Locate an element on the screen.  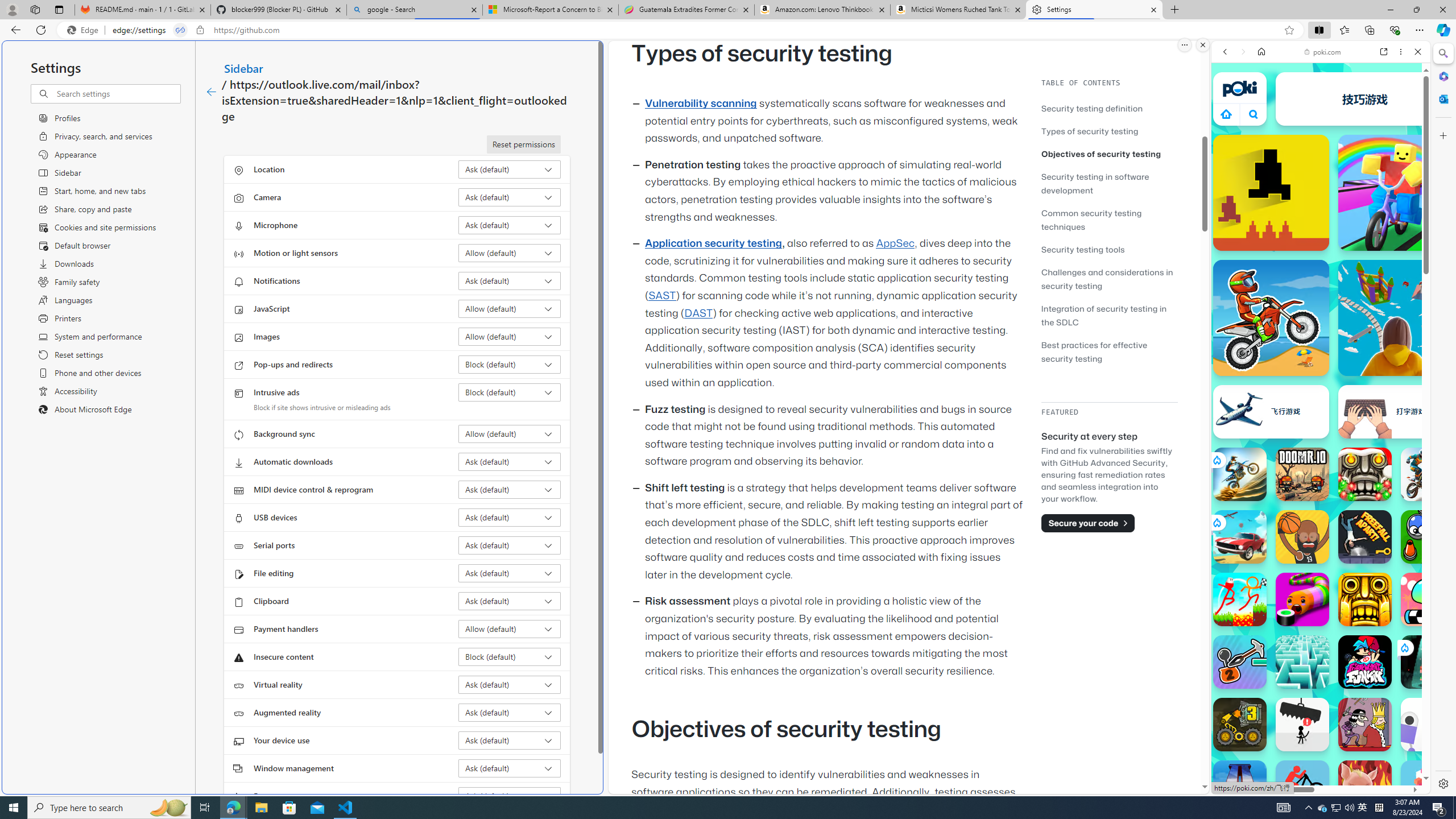
'Two Player Games' is located at coordinates (1319, 322).